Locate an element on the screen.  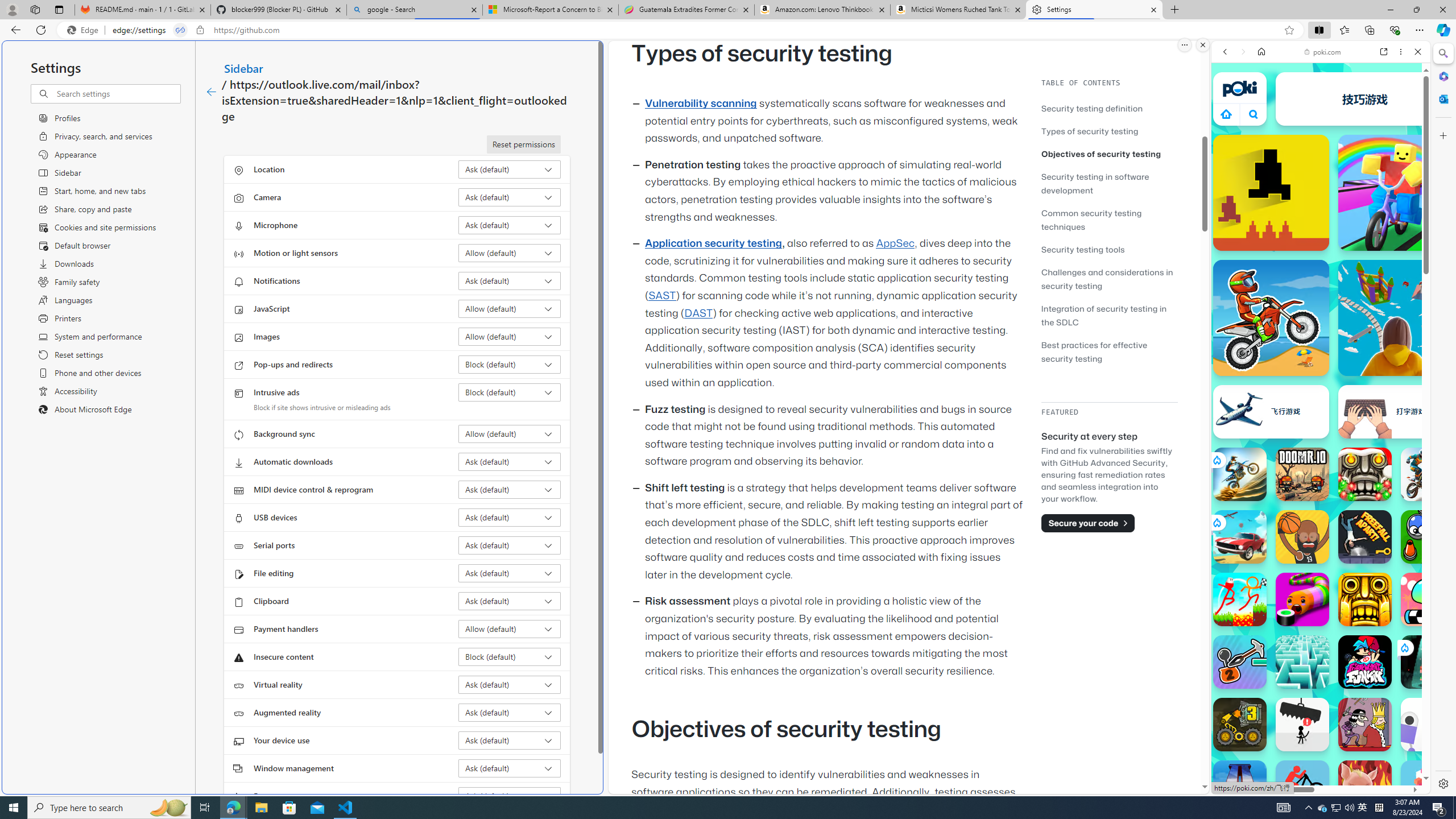
'Two Player Games' is located at coordinates (1319, 322).